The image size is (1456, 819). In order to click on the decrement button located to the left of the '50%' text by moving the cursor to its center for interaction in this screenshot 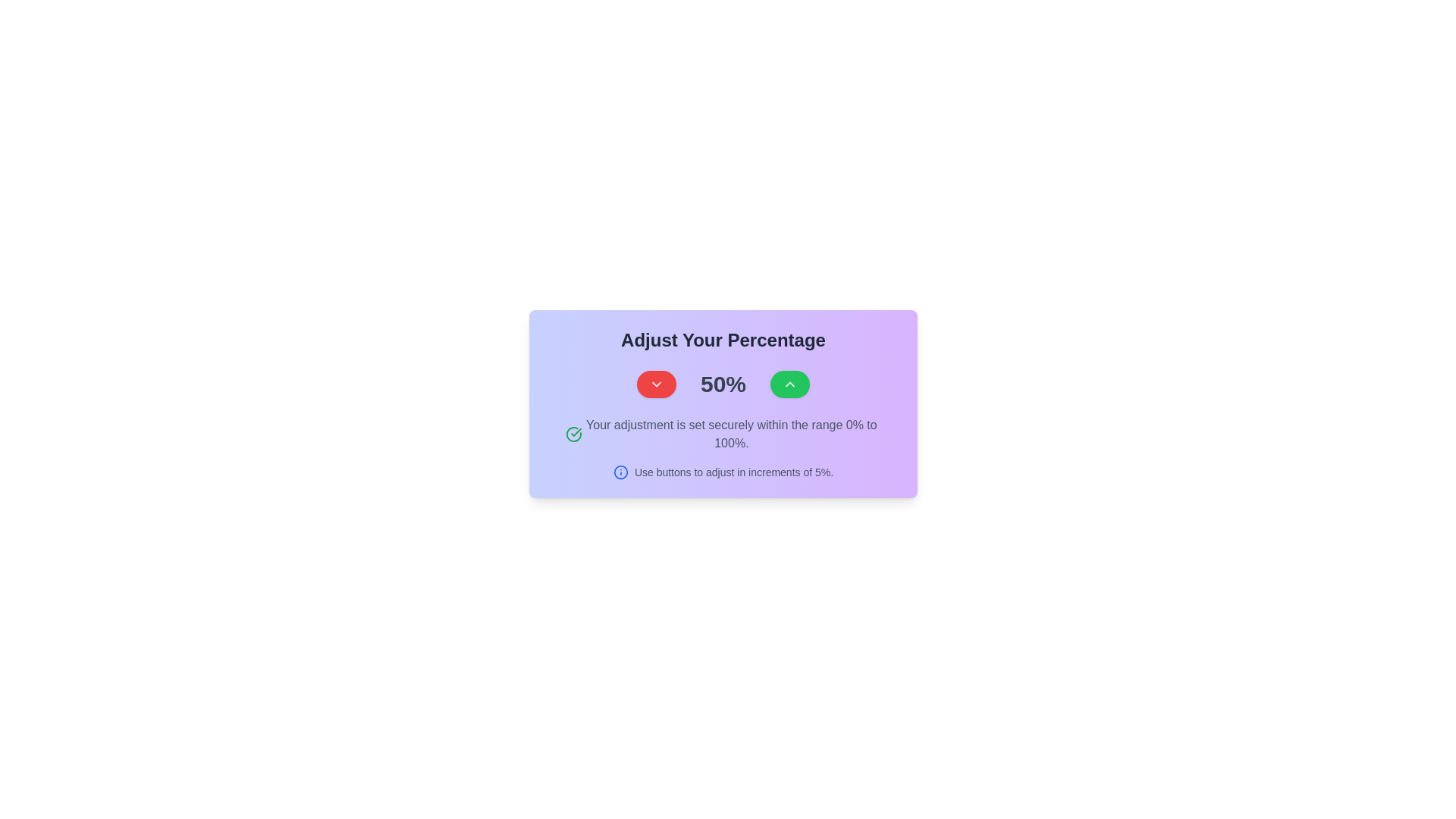, I will do `click(656, 383)`.